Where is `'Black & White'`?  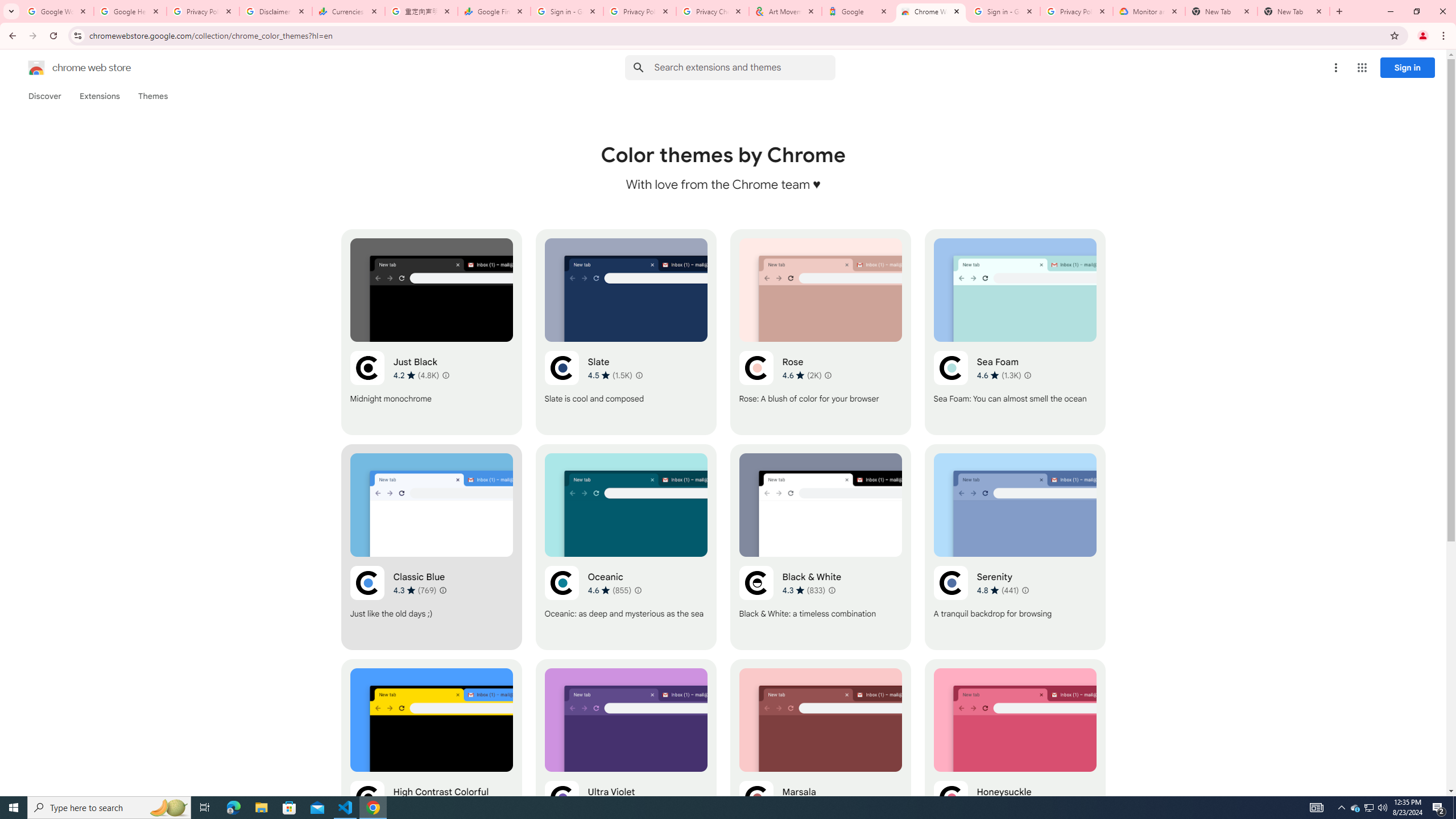 'Black & White' is located at coordinates (820, 547).